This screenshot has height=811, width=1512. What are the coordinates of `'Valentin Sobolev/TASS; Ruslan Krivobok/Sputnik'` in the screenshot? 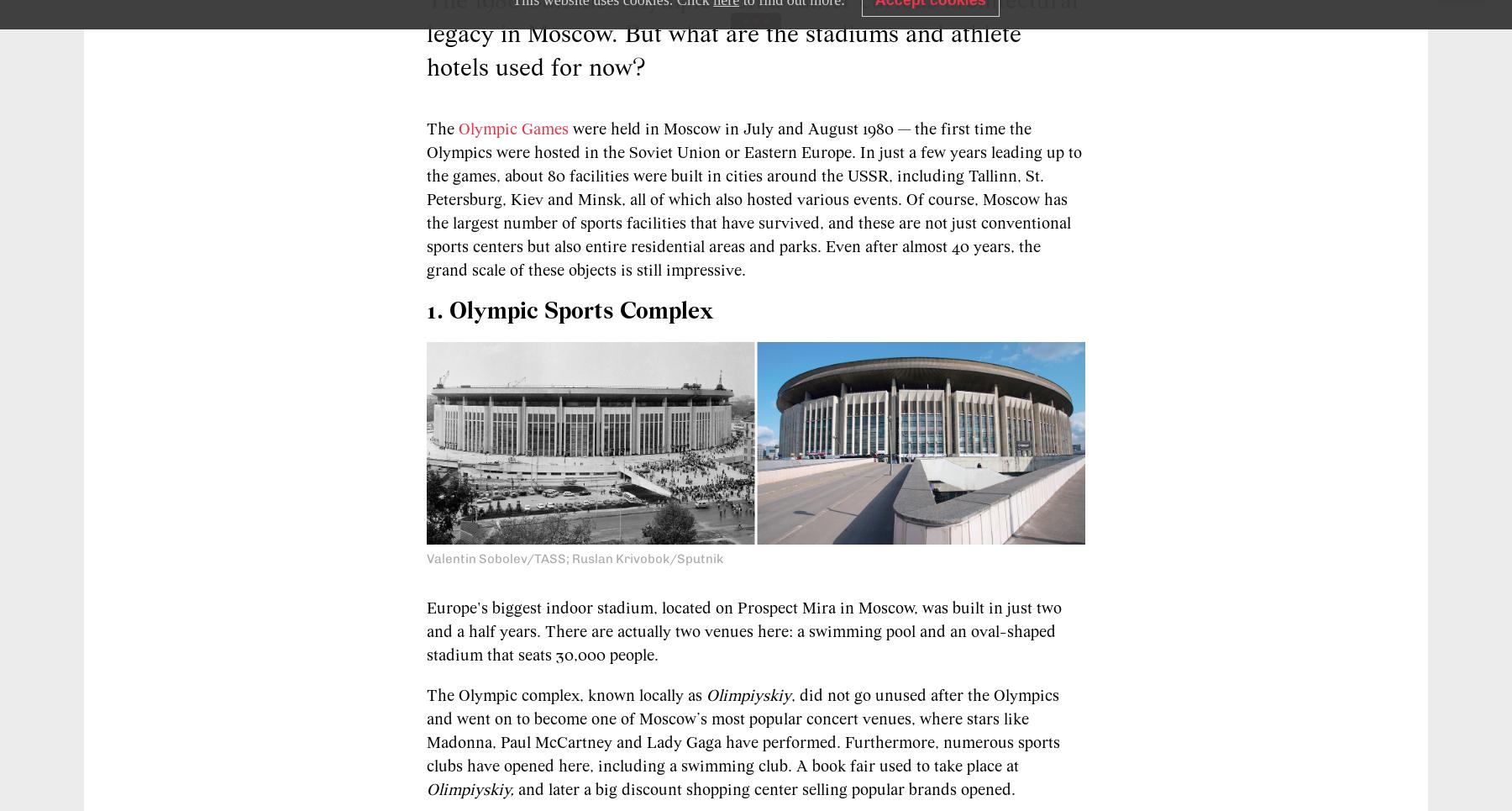 It's located at (574, 558).